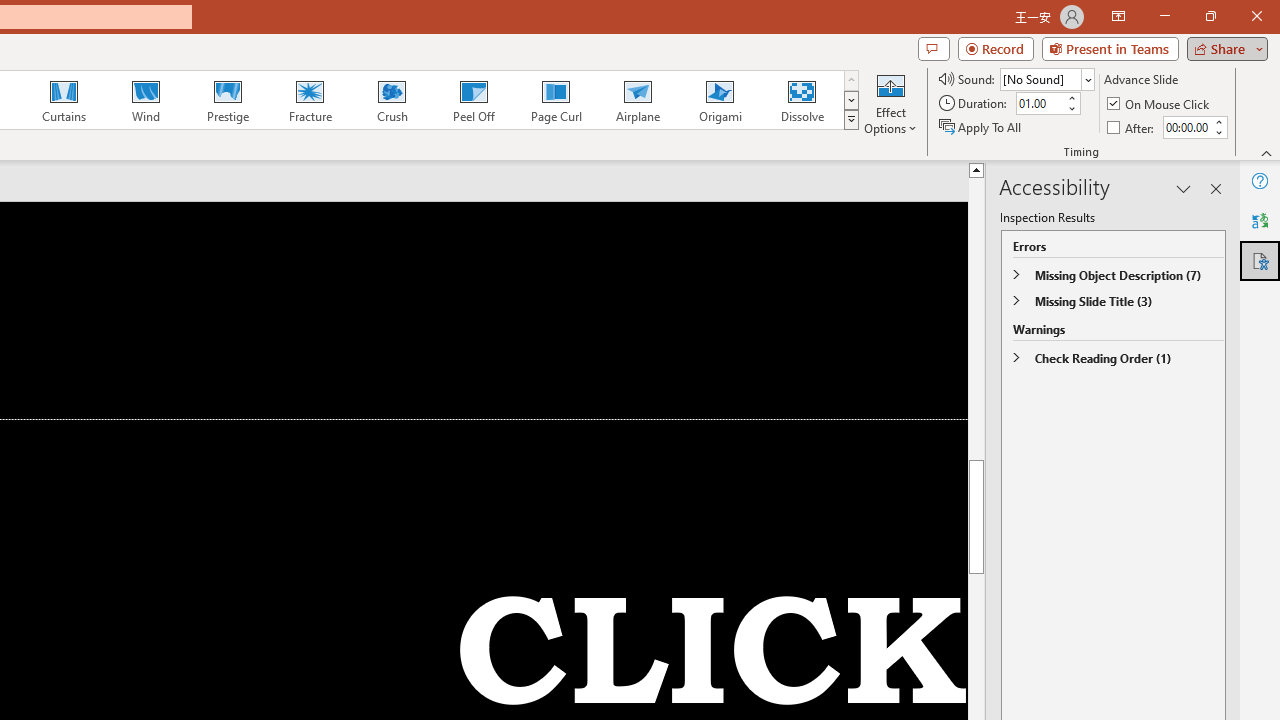 The width and height of the screenshot is (1280, 720). Describe the element at coordinates (851, 120) in the screenshot. I see `'Transition Effects'` at that location.